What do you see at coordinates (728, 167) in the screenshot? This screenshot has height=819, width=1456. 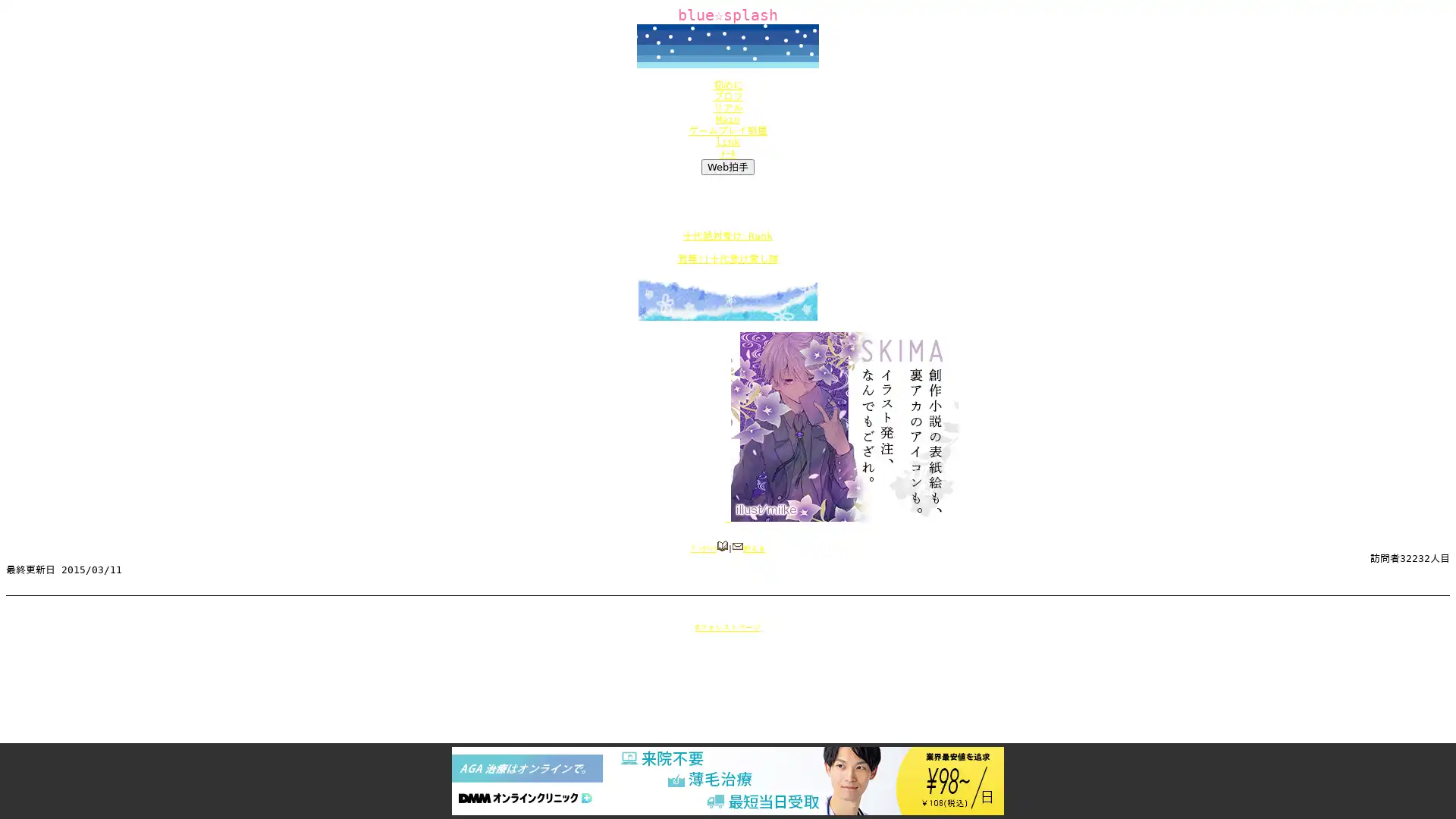 I see `Web` at bounding box center [728, 167].